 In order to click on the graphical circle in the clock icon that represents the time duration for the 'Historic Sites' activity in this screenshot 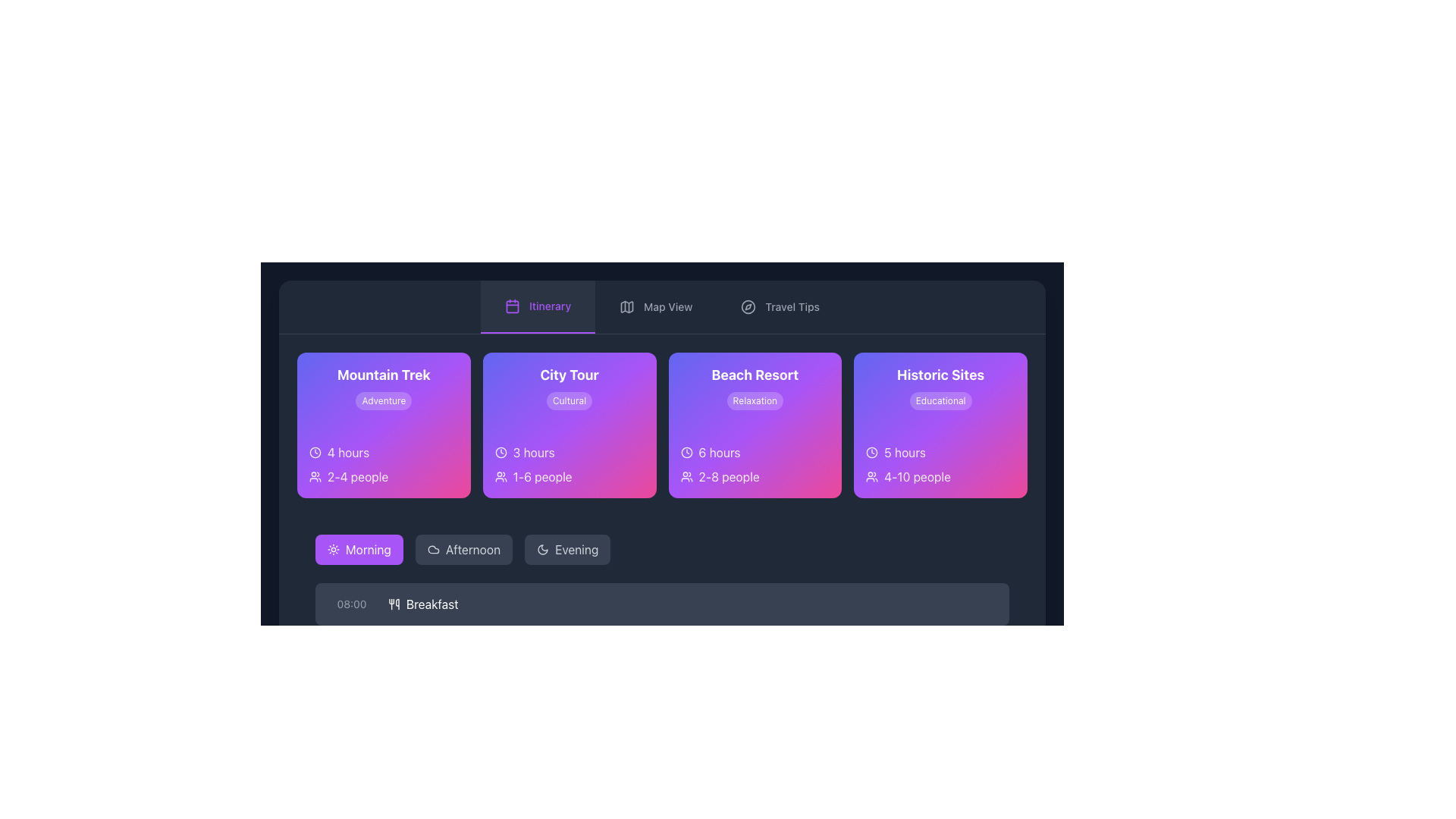, I will do `click(872, 452)`.